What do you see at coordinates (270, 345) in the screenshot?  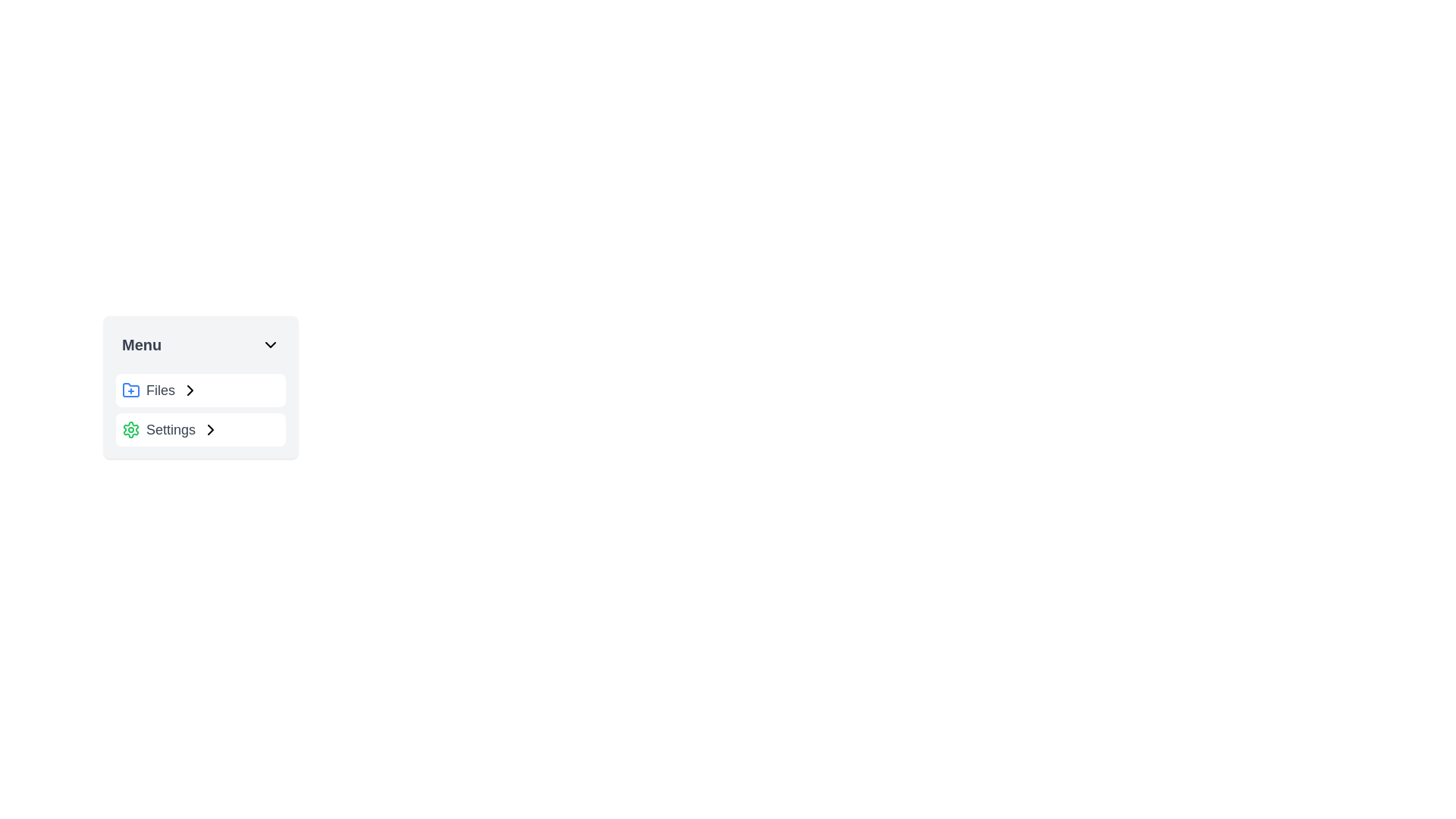 I see `the downward-facing chevron arrow icon, which serves as the dropdown trigger in the interface` at bounding box center [270, 345].